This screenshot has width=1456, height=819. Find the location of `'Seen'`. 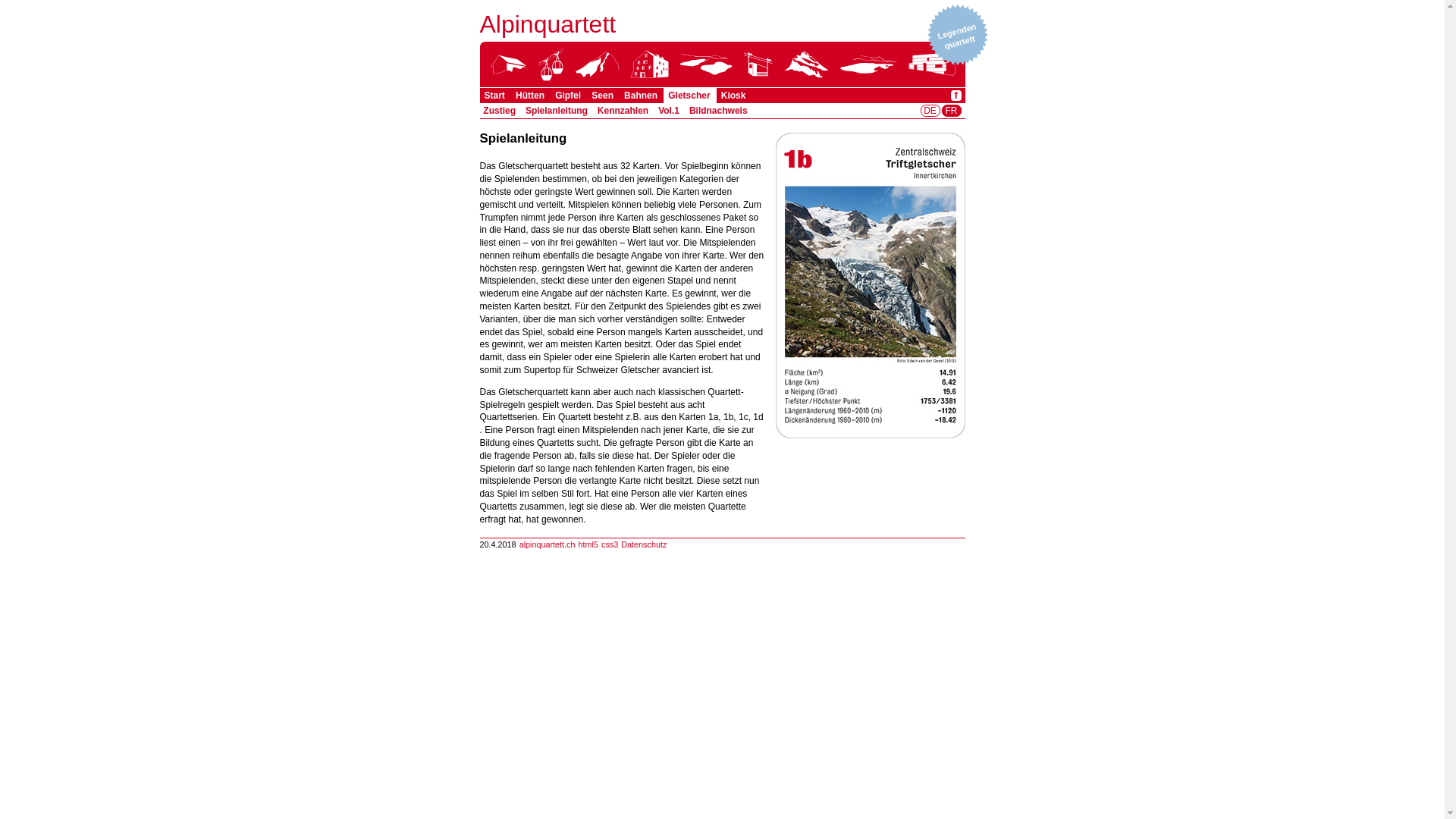

'Seen' is located at coordinates (590, 96).